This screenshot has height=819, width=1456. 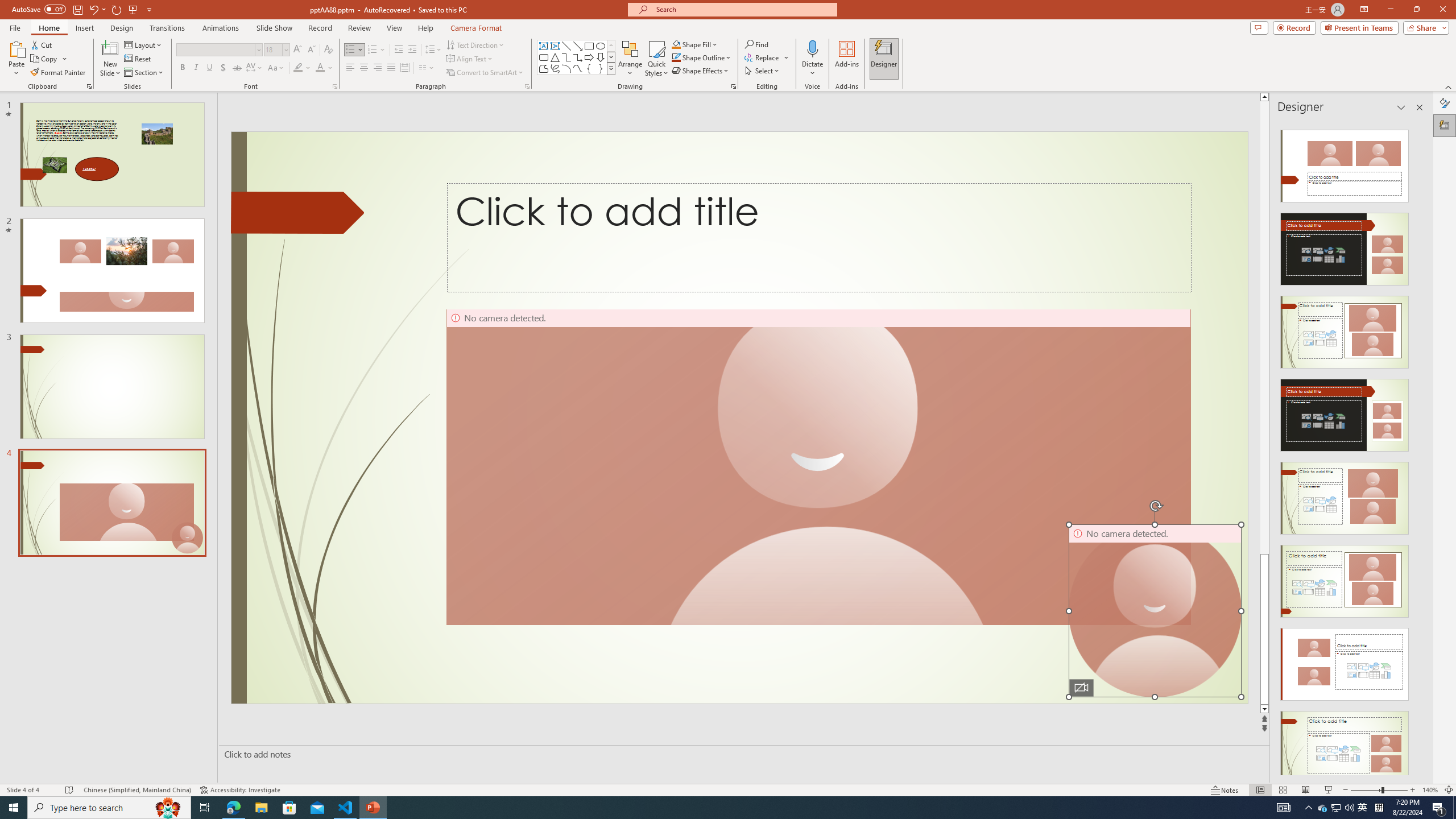 What do you see at coordinates (695, 44) in the screenshot?
I see `'Shape Fill'` at bounding box center [695, 44].